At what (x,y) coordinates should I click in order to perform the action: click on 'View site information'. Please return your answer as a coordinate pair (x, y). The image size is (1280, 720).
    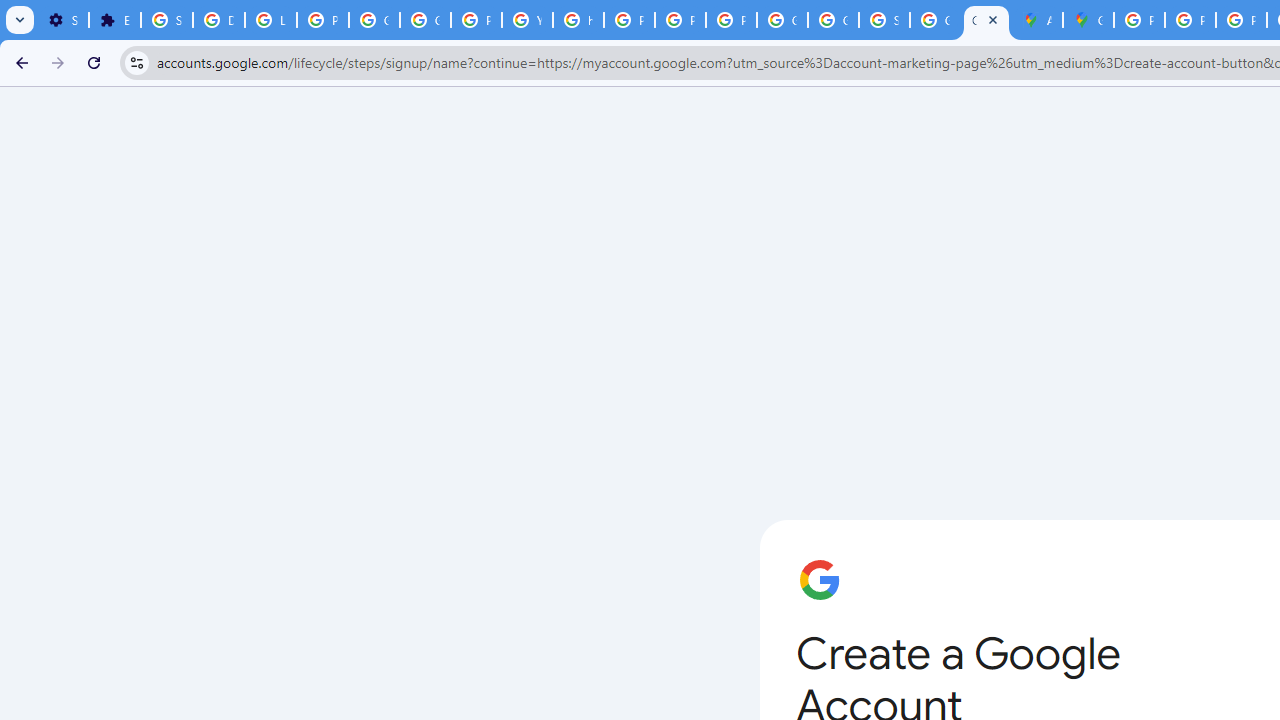
    Looking at the image, I should click on (135, 61).